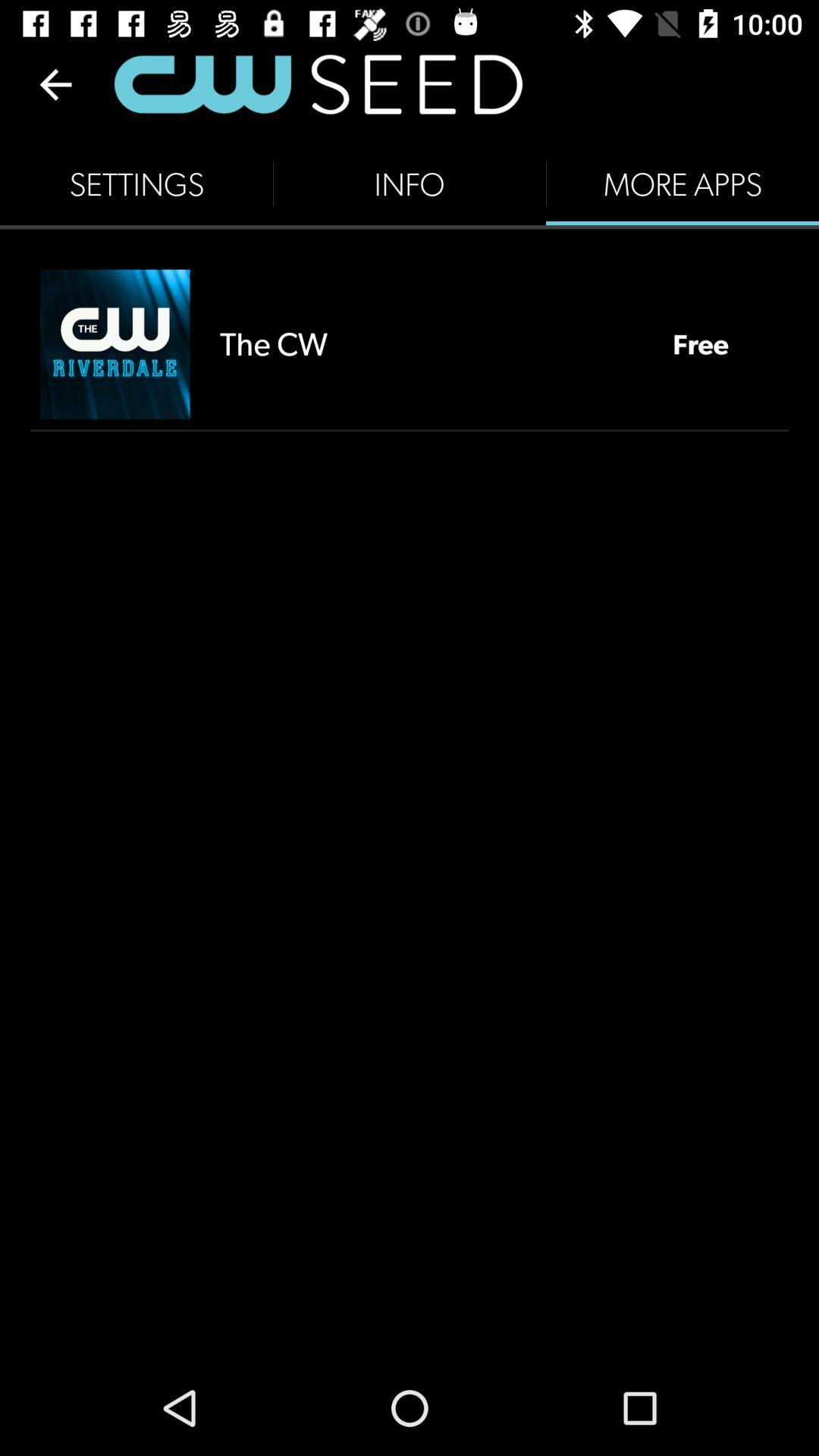  I want to click on the item next to the more apps, so click(409, 184).